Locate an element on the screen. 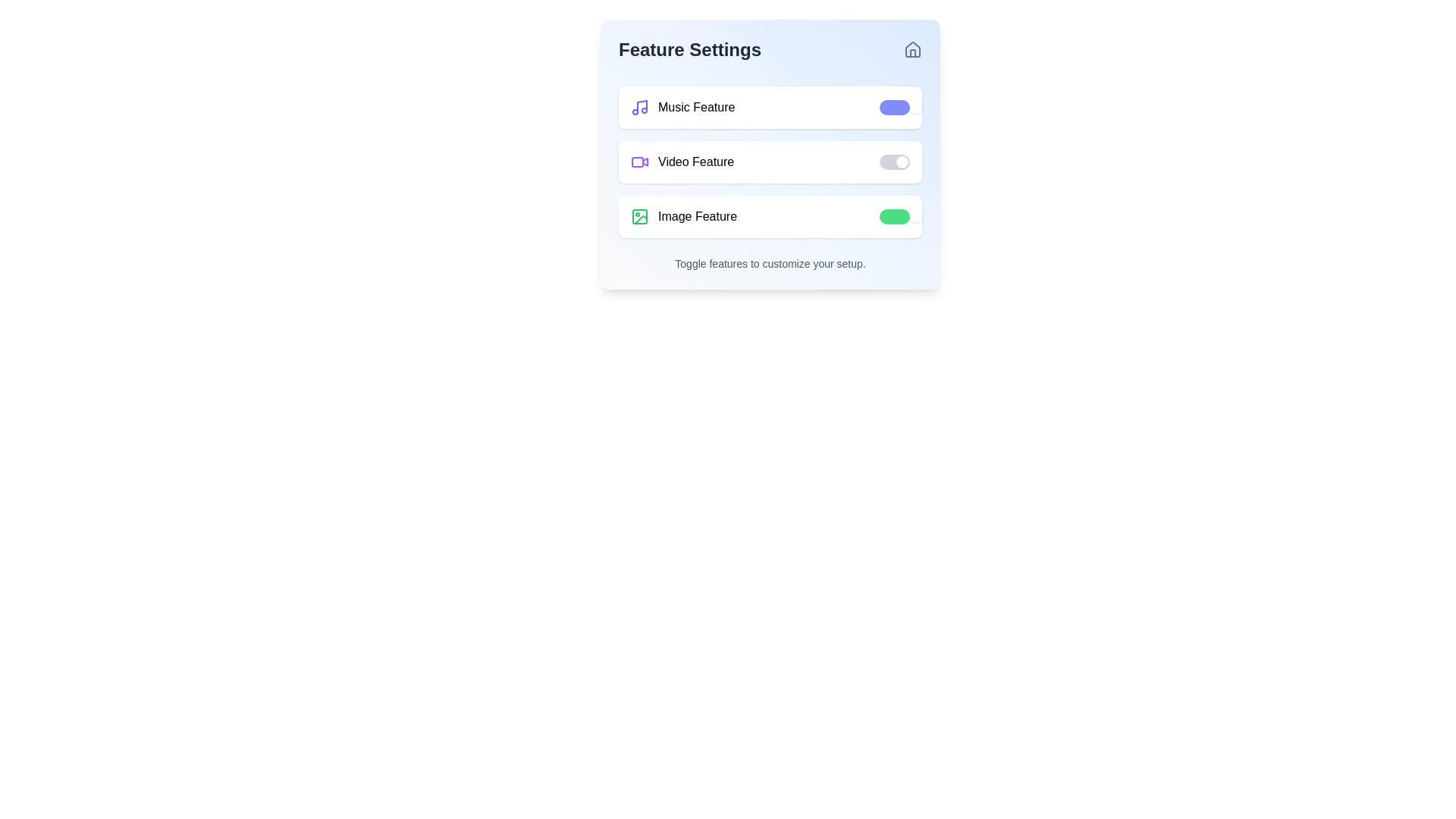  the 'Video Feature' label which includes a purple video camera icon, located in the middle of the list within the 'Feature Settings' card is located at coordinates (682, 162).